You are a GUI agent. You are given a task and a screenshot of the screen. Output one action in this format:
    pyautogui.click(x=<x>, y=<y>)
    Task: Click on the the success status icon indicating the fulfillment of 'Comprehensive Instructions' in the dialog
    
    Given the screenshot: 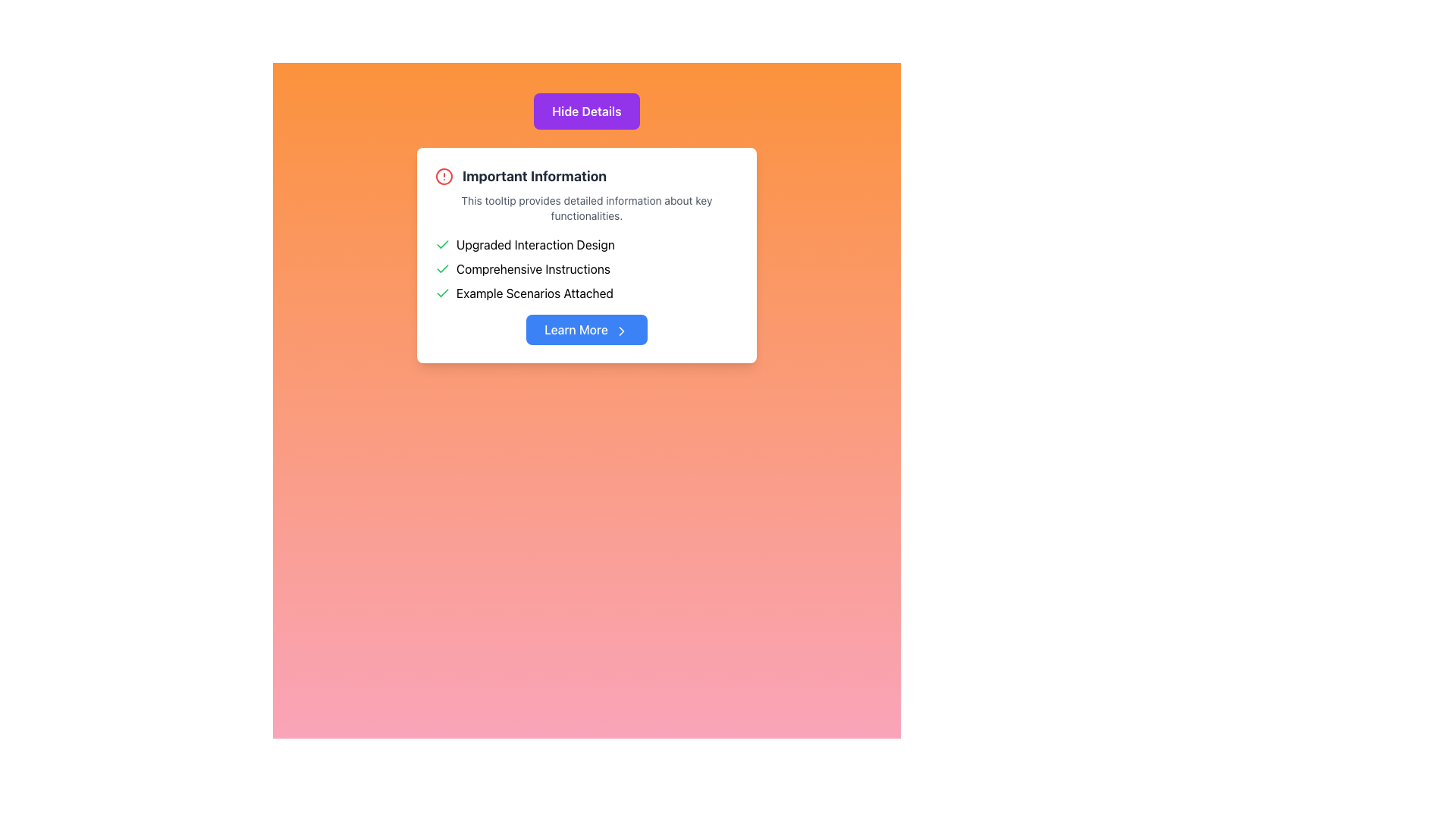 What is the action you would take?
    pyautogui.click(x=442, y=268)
    